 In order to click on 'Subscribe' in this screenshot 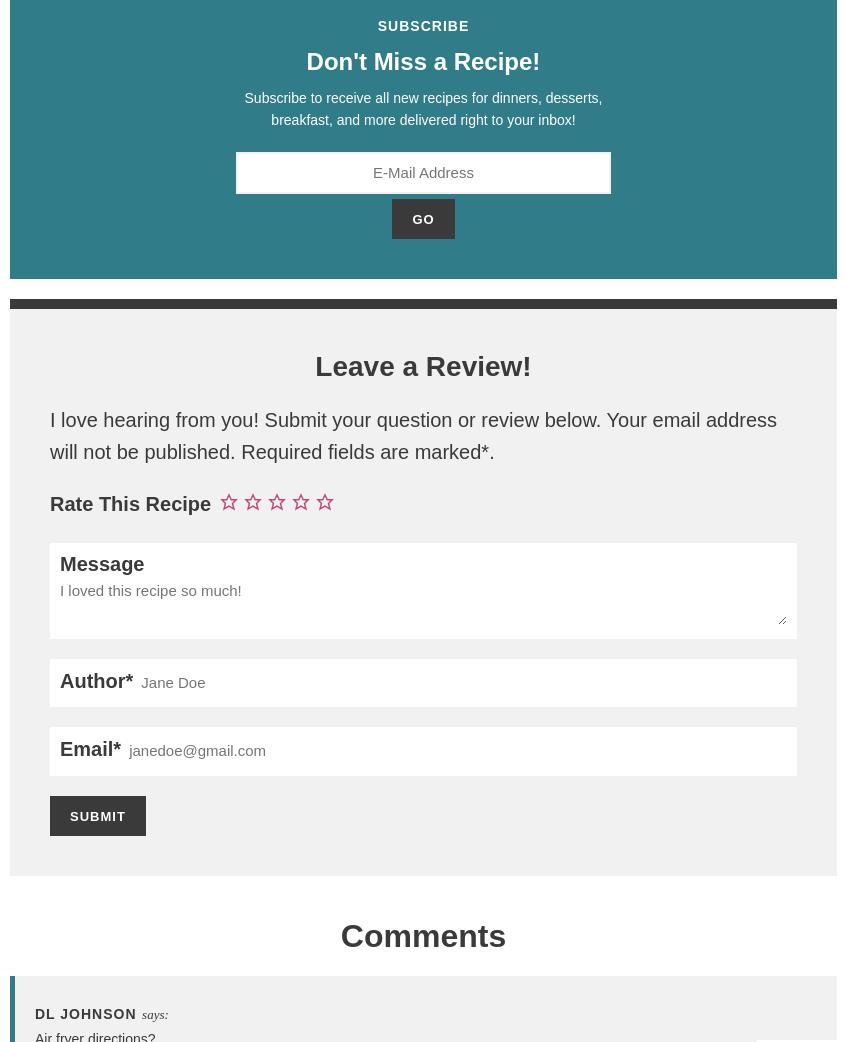, I will do `click(376, 25)`.